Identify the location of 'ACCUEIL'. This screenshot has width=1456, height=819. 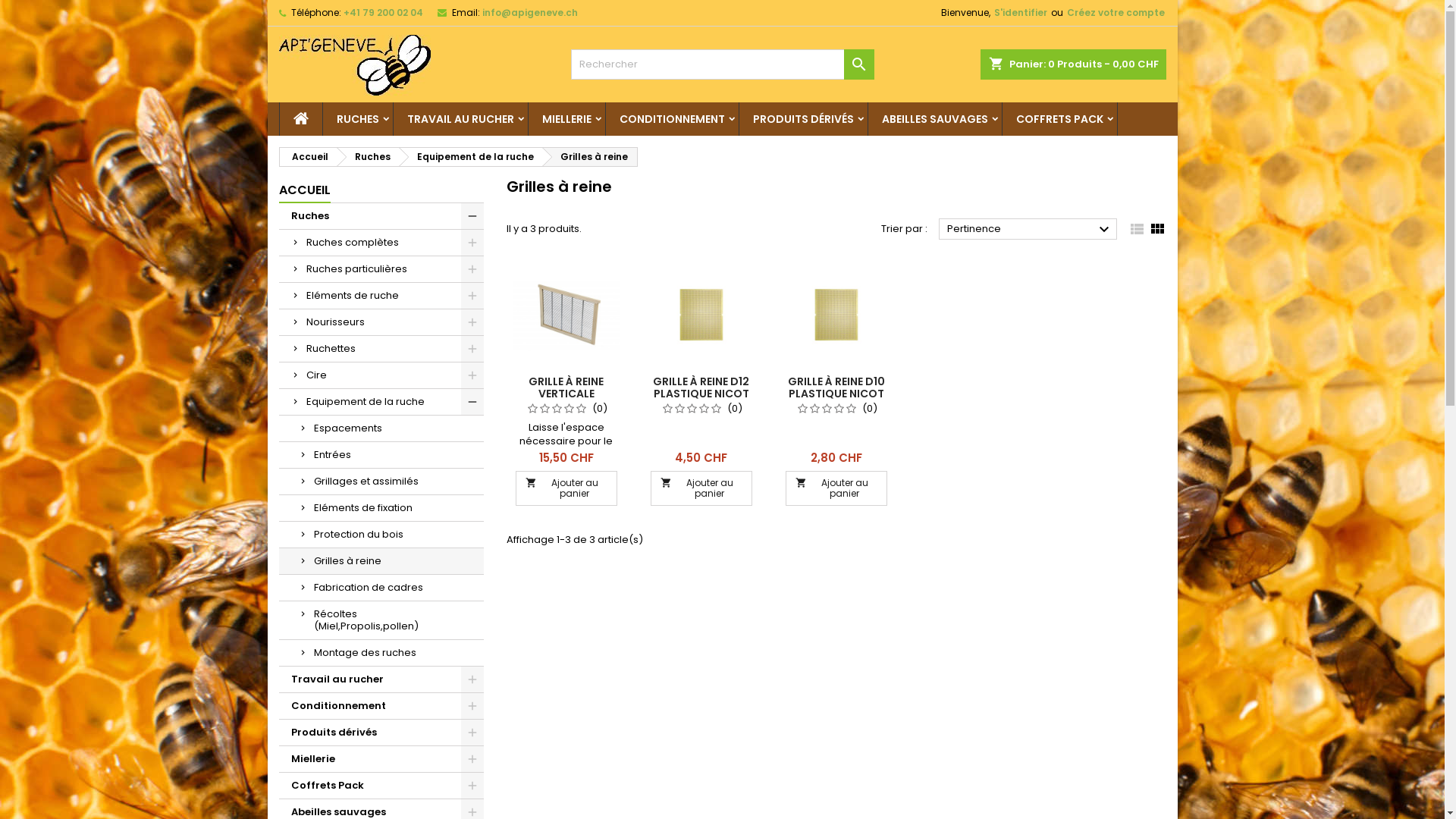
(304, 190).